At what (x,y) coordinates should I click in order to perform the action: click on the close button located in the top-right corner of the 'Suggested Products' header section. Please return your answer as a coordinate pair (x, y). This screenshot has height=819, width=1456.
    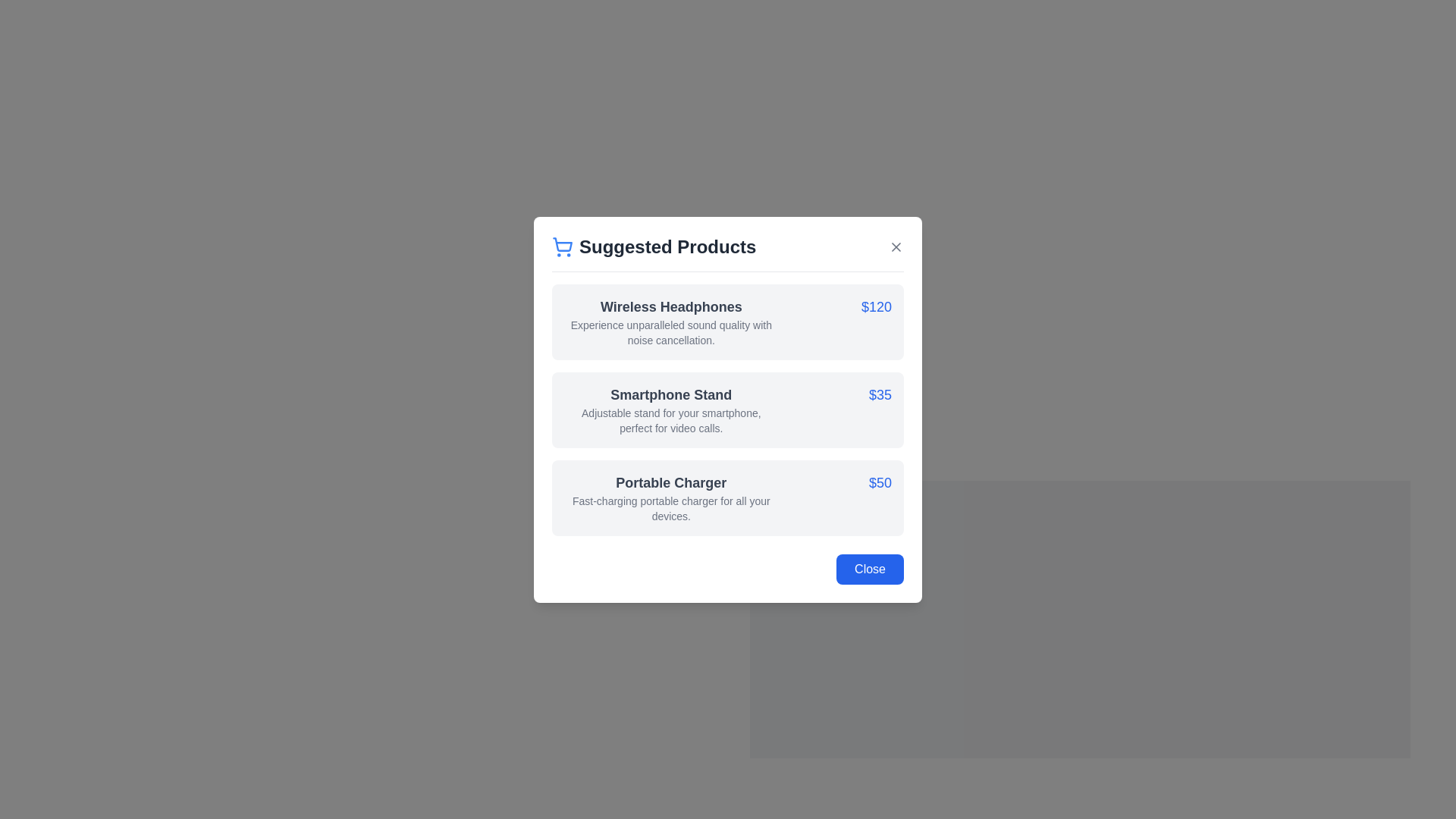
    Looking at the image, I should click on (896, 245).